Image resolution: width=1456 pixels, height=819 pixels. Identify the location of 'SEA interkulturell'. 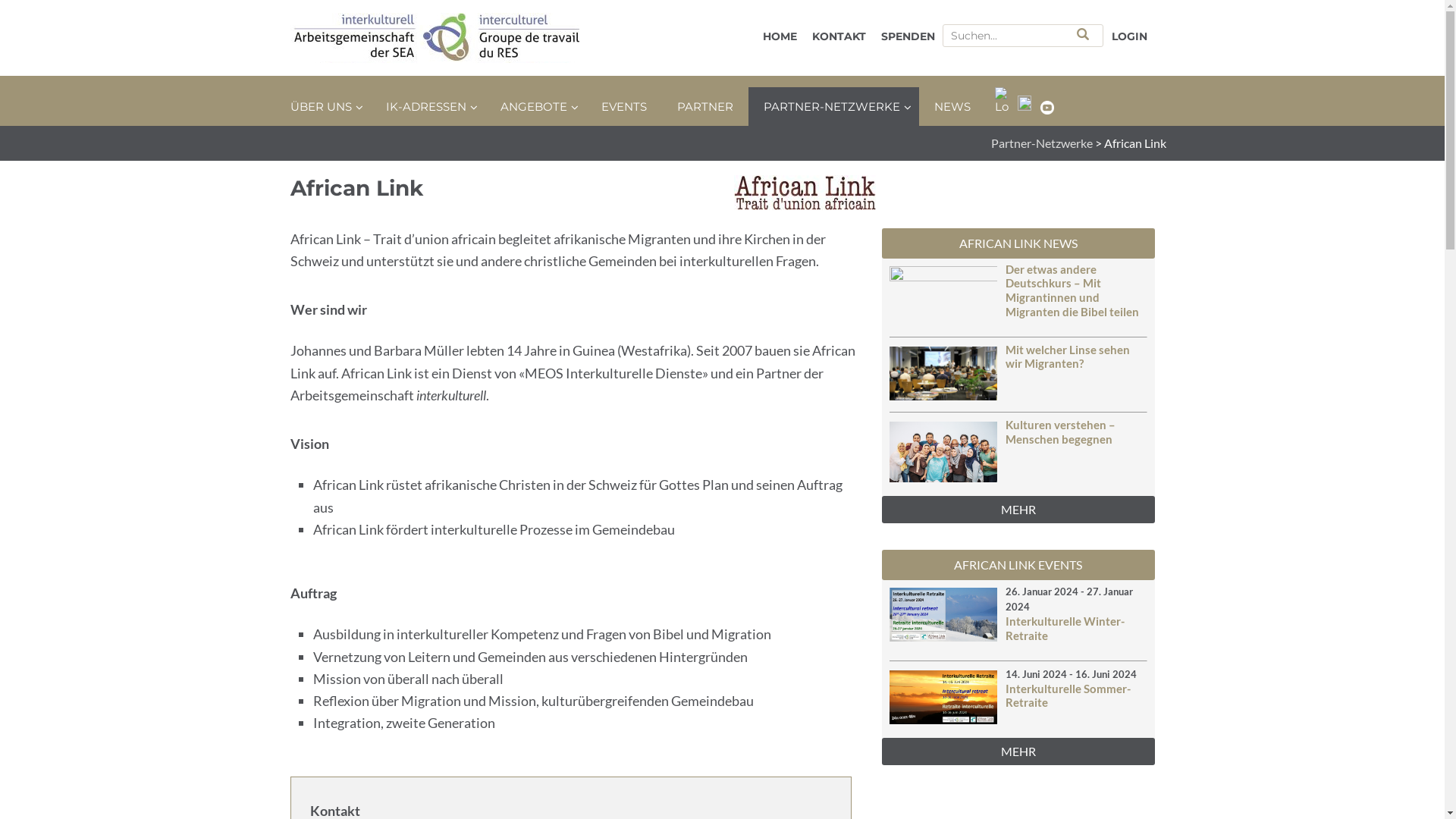
(440, 37).